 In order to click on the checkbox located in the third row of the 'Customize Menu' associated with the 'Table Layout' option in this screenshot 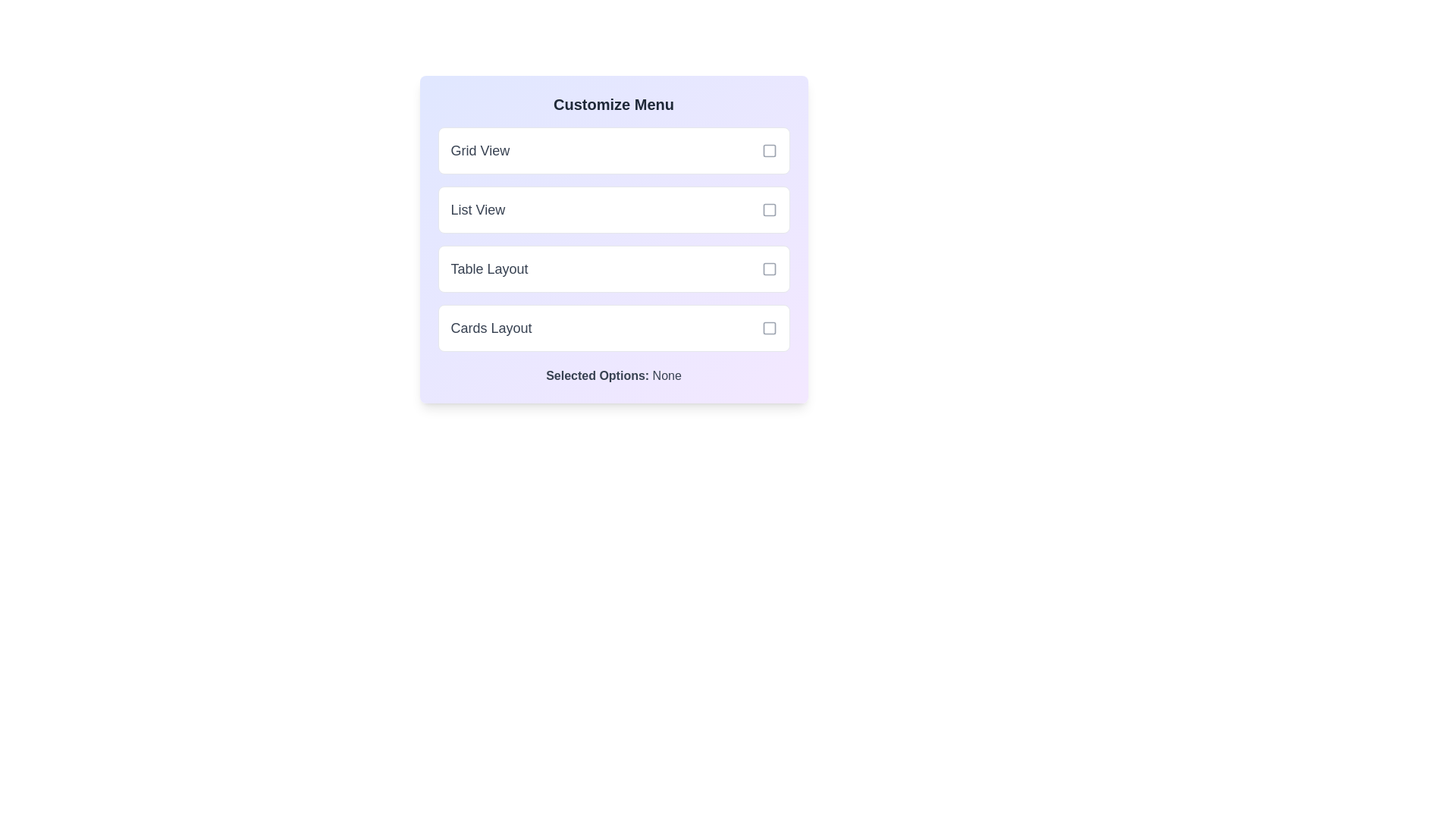, I will do `click(769, 268)`.